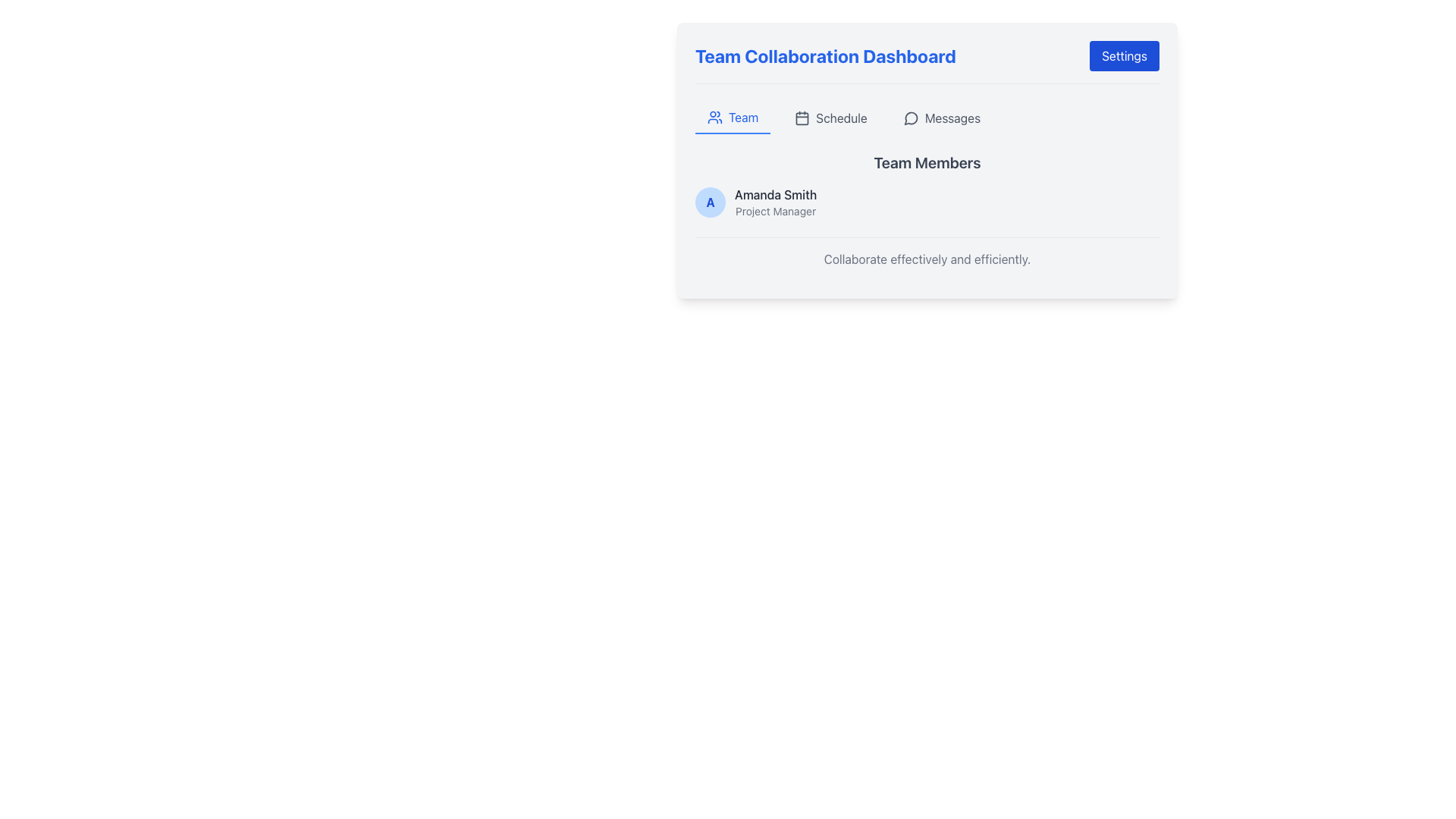 This screenshot has width=1456, height=819. Describe the element at coordinates (910, 118) in the screenshot. I see `the third icon from the left in the navigation bar, located above 'Messages'` at that location.